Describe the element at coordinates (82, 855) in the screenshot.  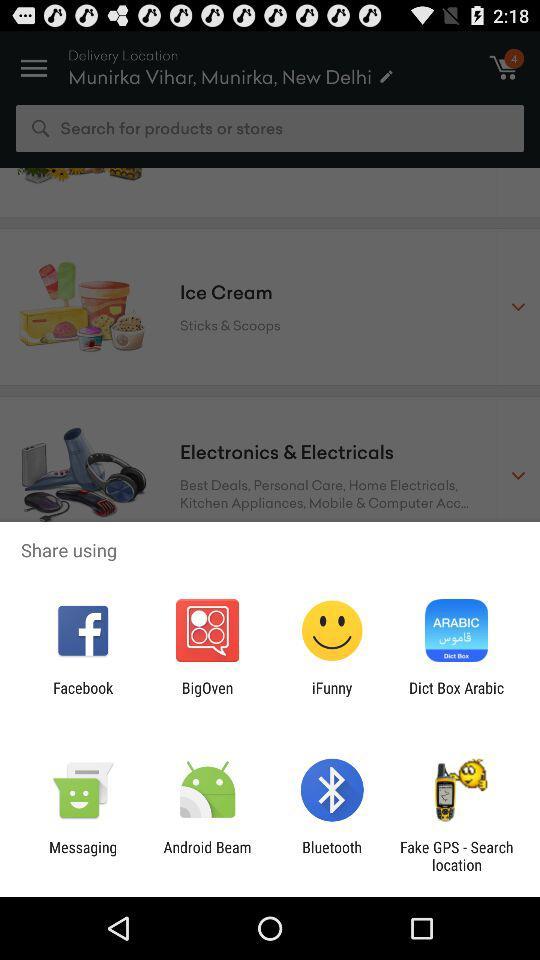
I see `the app to the left of the android beam icon` at that location.